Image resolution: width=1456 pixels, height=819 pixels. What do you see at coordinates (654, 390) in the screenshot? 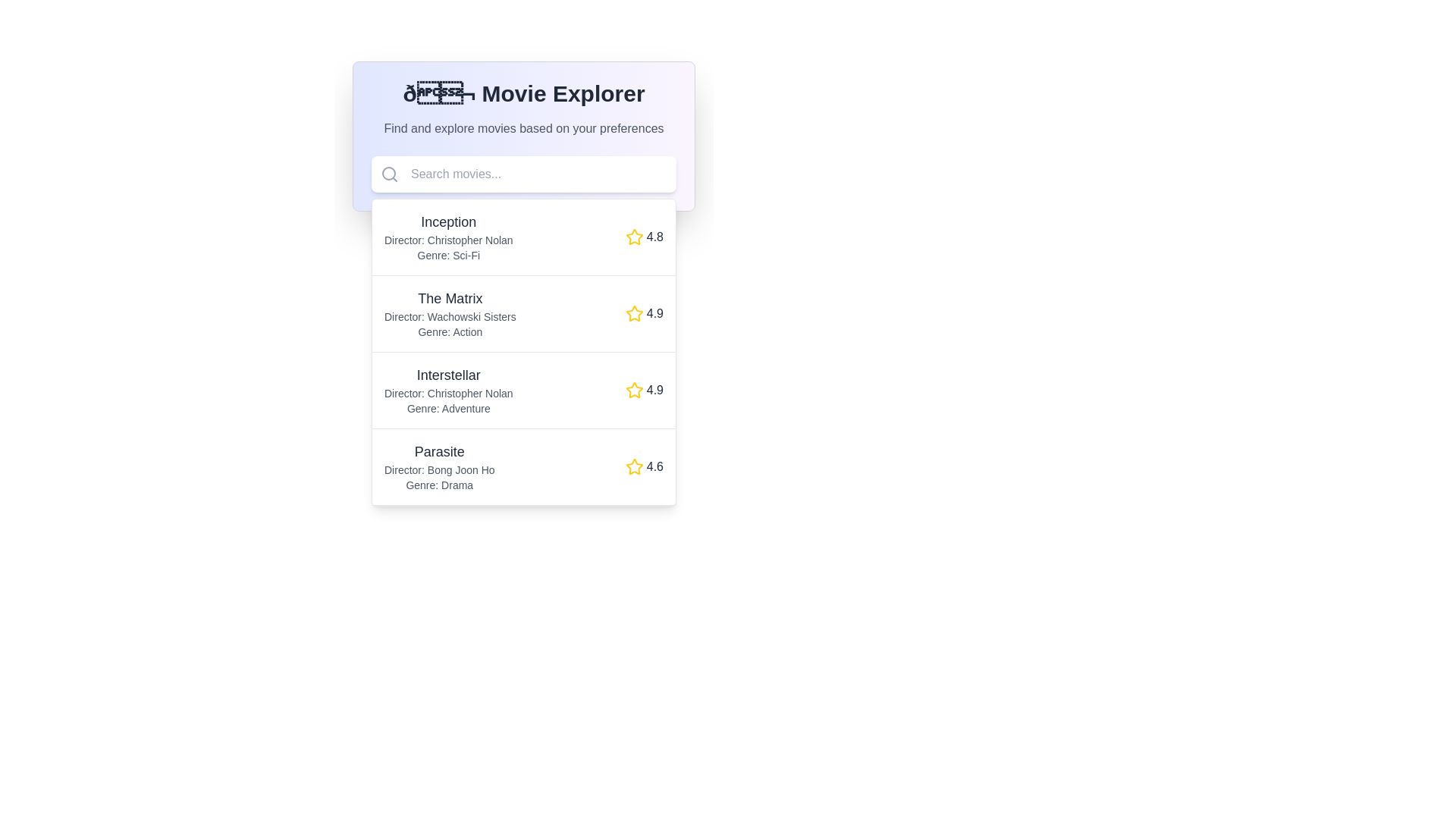
I see `the numeric rating '4.9' displayed in bold text, which is located to the right of the star icon for the movie 'Interstellar'` at bounding box center [654, 390].